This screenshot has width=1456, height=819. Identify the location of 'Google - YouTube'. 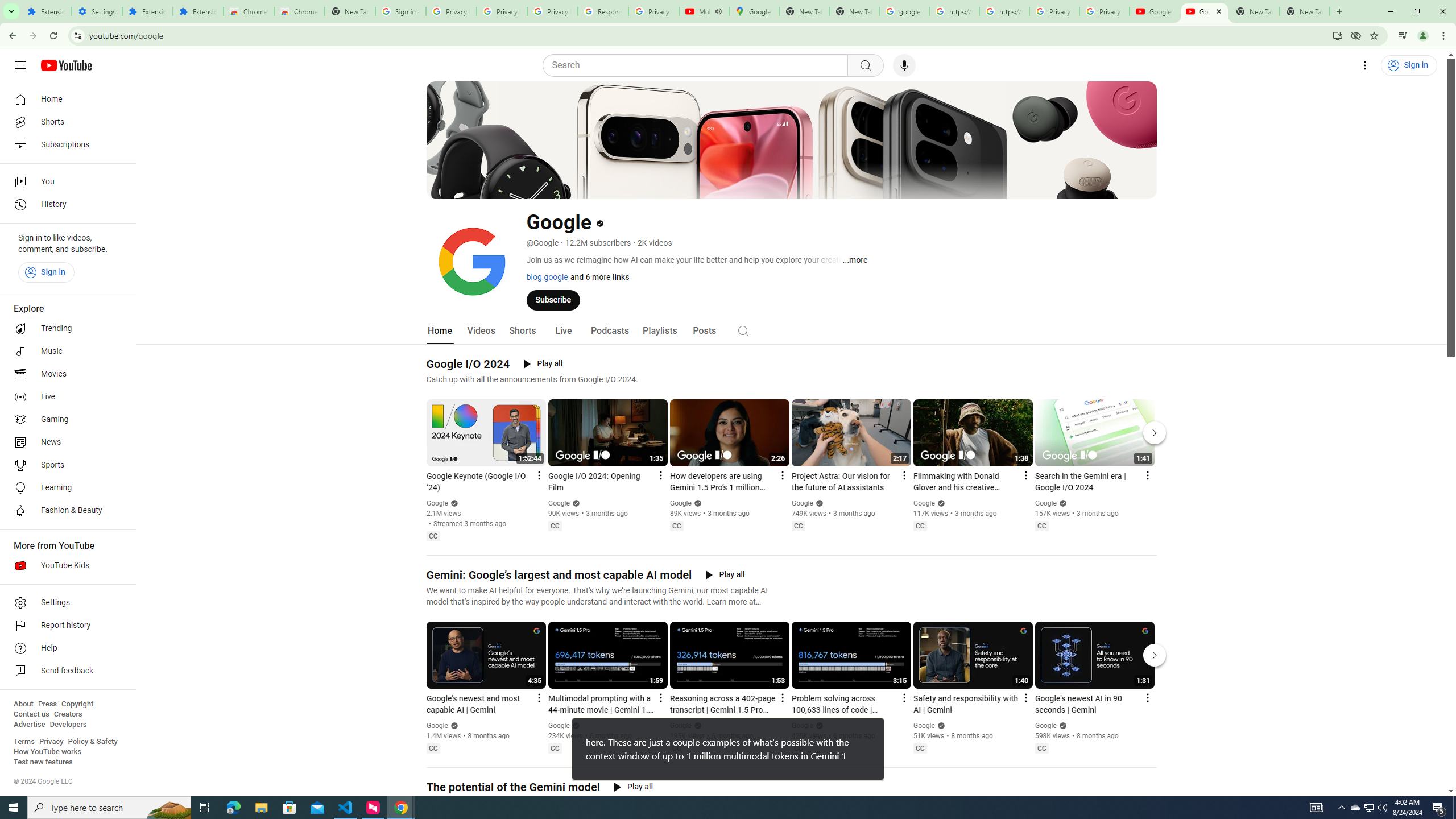
(1155, 11).